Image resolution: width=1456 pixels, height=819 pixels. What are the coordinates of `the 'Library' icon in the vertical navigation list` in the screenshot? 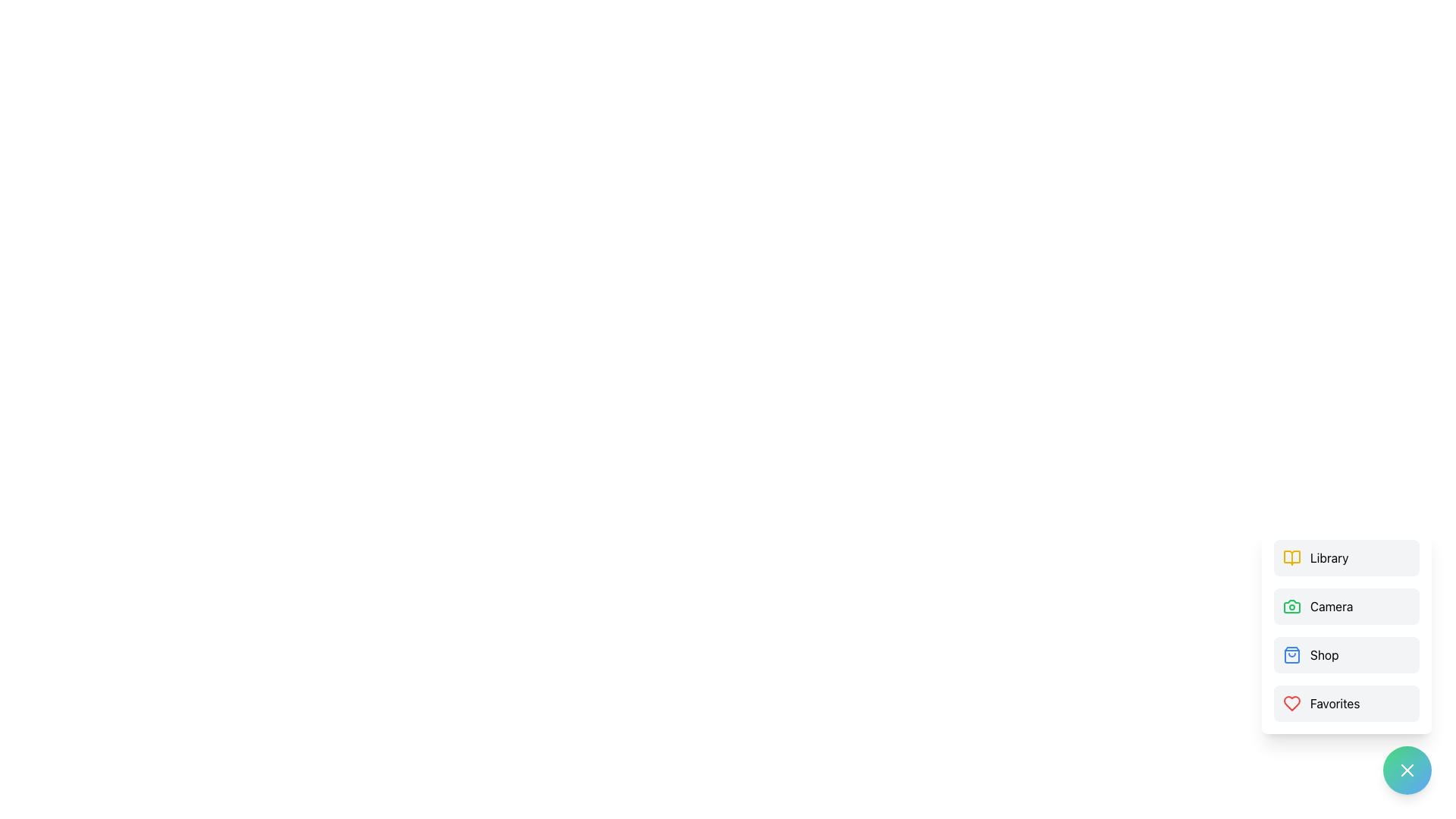 It's located at (1291, 558).